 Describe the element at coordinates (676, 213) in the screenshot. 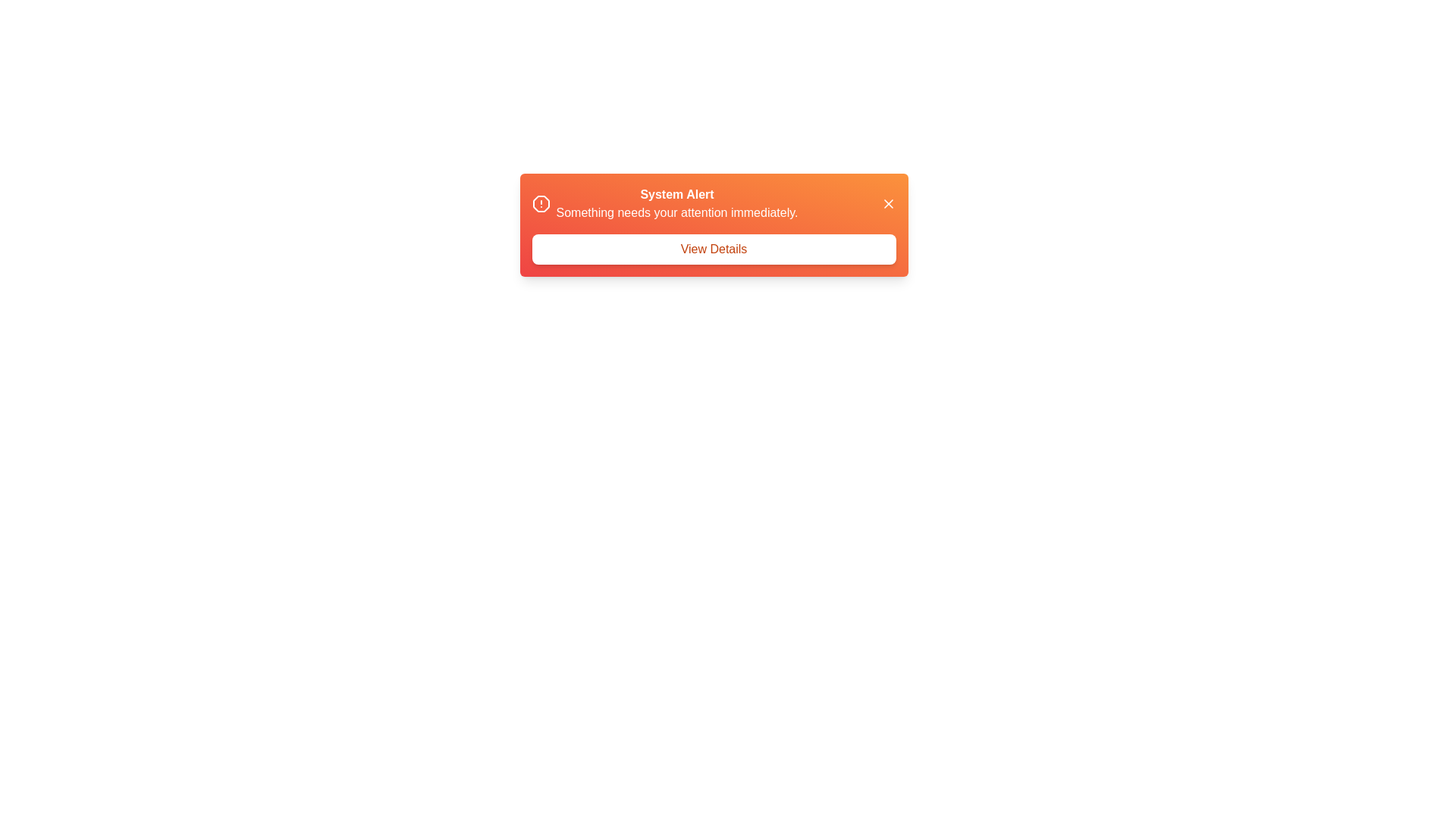

I see `message displayed in the Text Label that says 'Something needs your attention immediately.' which is styled with a bold, white font and located below the 'System Alert' heading in the notification box` at that location.